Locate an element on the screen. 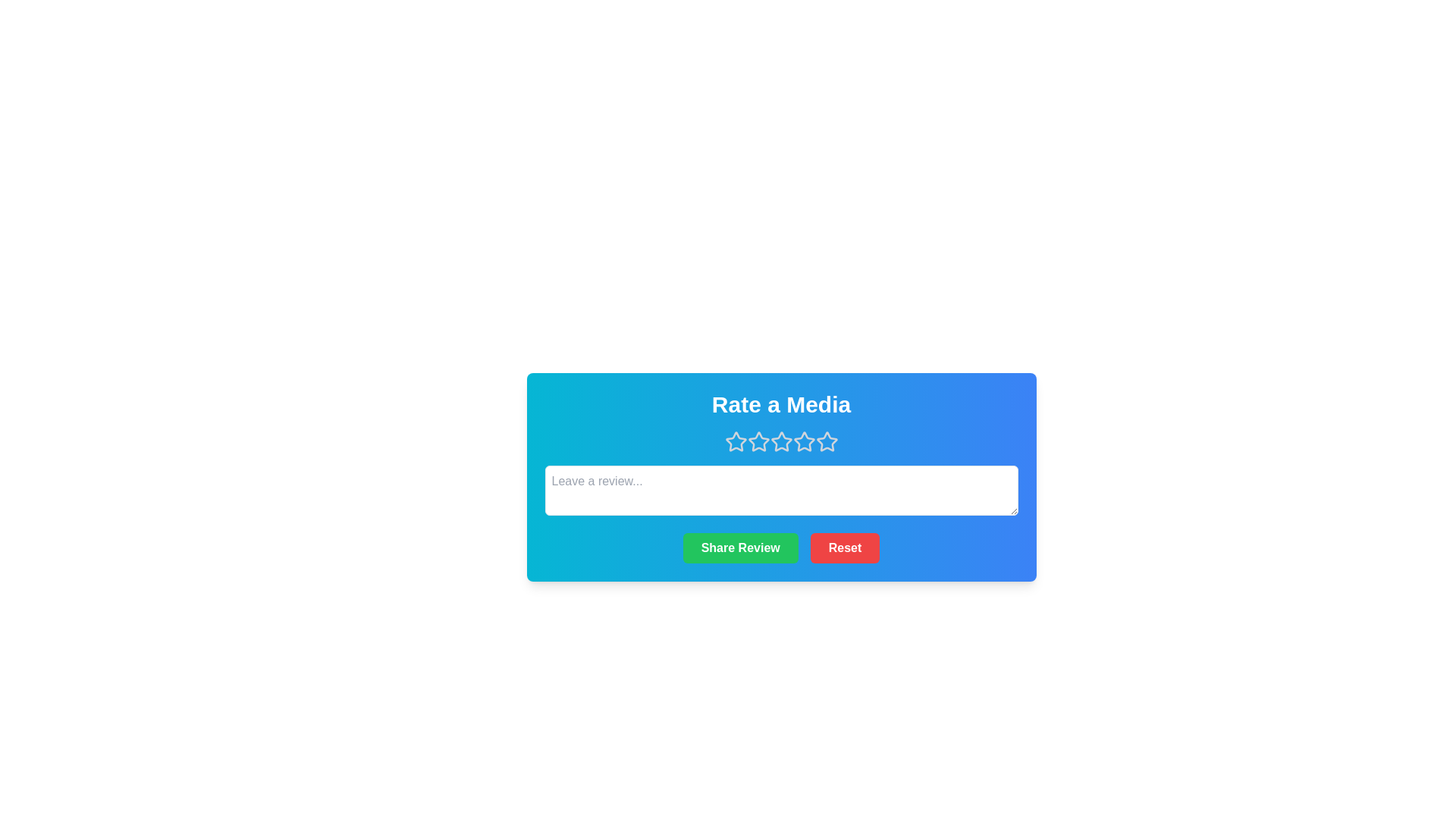 Image resolution: width=1456 pixels, height=819 pixels. the rating to 3 stars by clicking on the respective star is located at coordinates (781, 441).